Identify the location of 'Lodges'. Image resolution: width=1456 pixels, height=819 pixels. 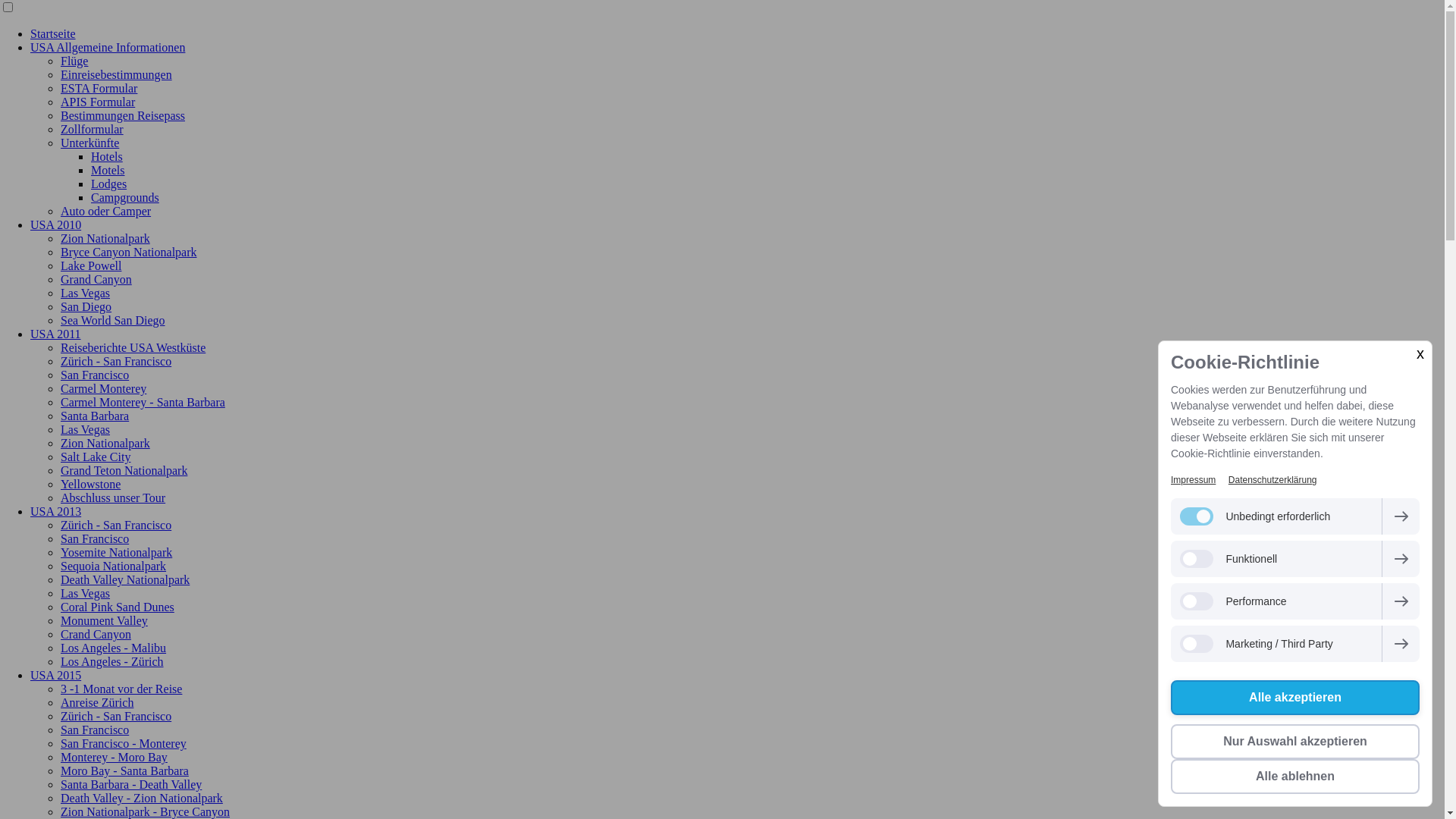
(108, 183).